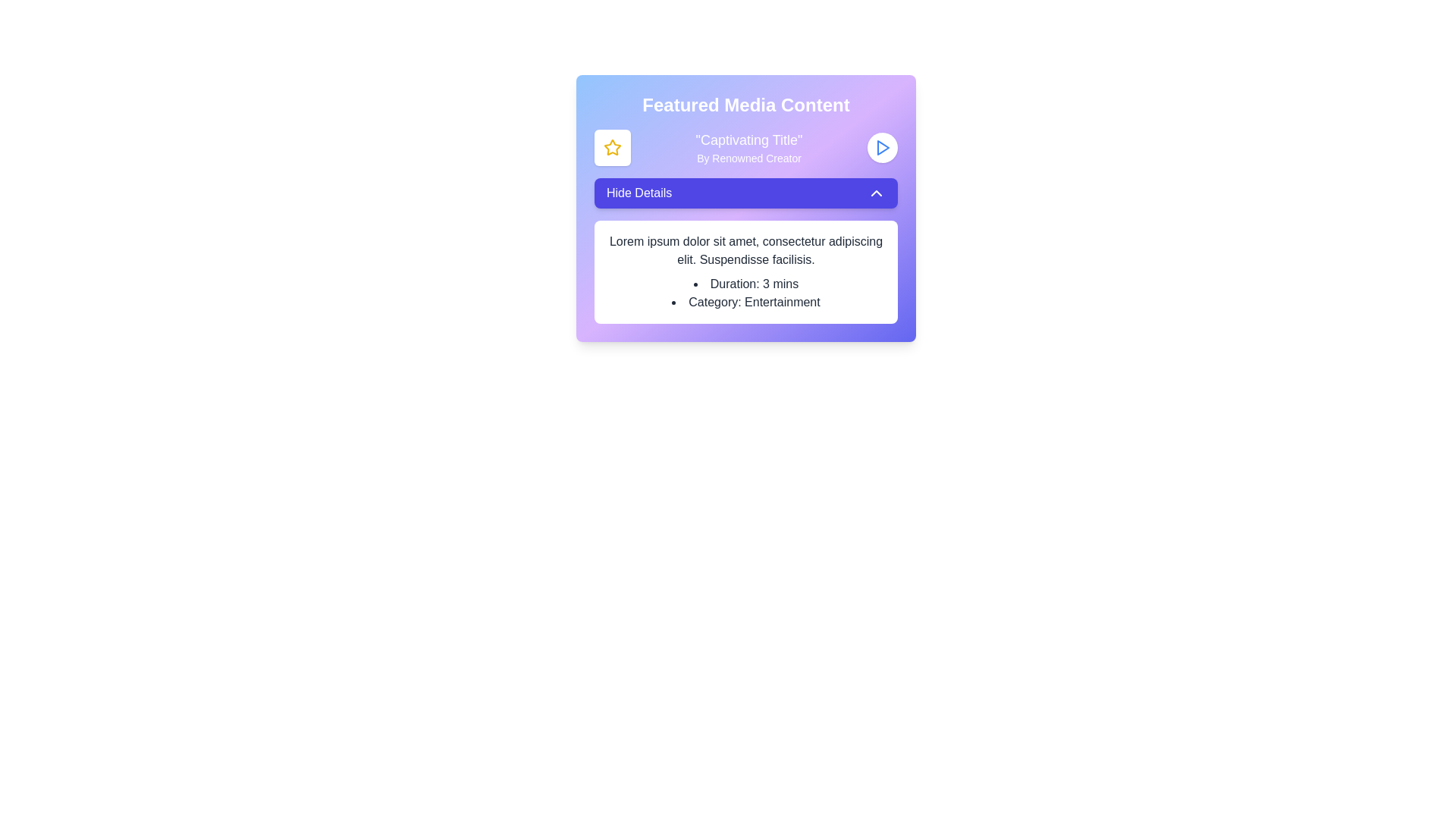 The height and width of the screenshot is (819, 1456). Describe the element at coordinates (745, 148) in the screenshot. I see `the Textual Label that displays the title and creator of the featured content, positioned centrally below the 'Featured Media Content' header` at that location.